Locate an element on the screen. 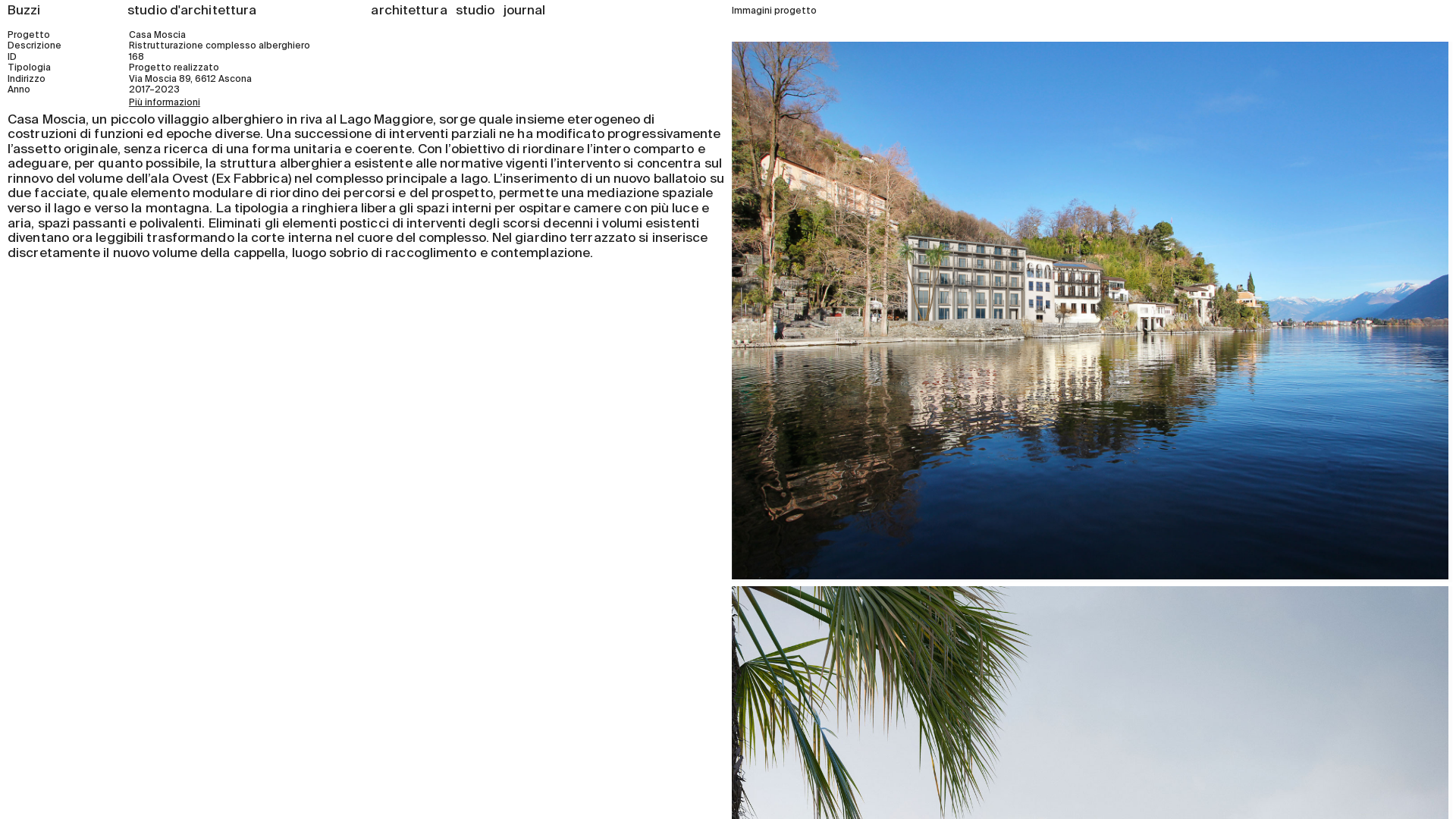  'studio' is located at coordinates (475, 11).